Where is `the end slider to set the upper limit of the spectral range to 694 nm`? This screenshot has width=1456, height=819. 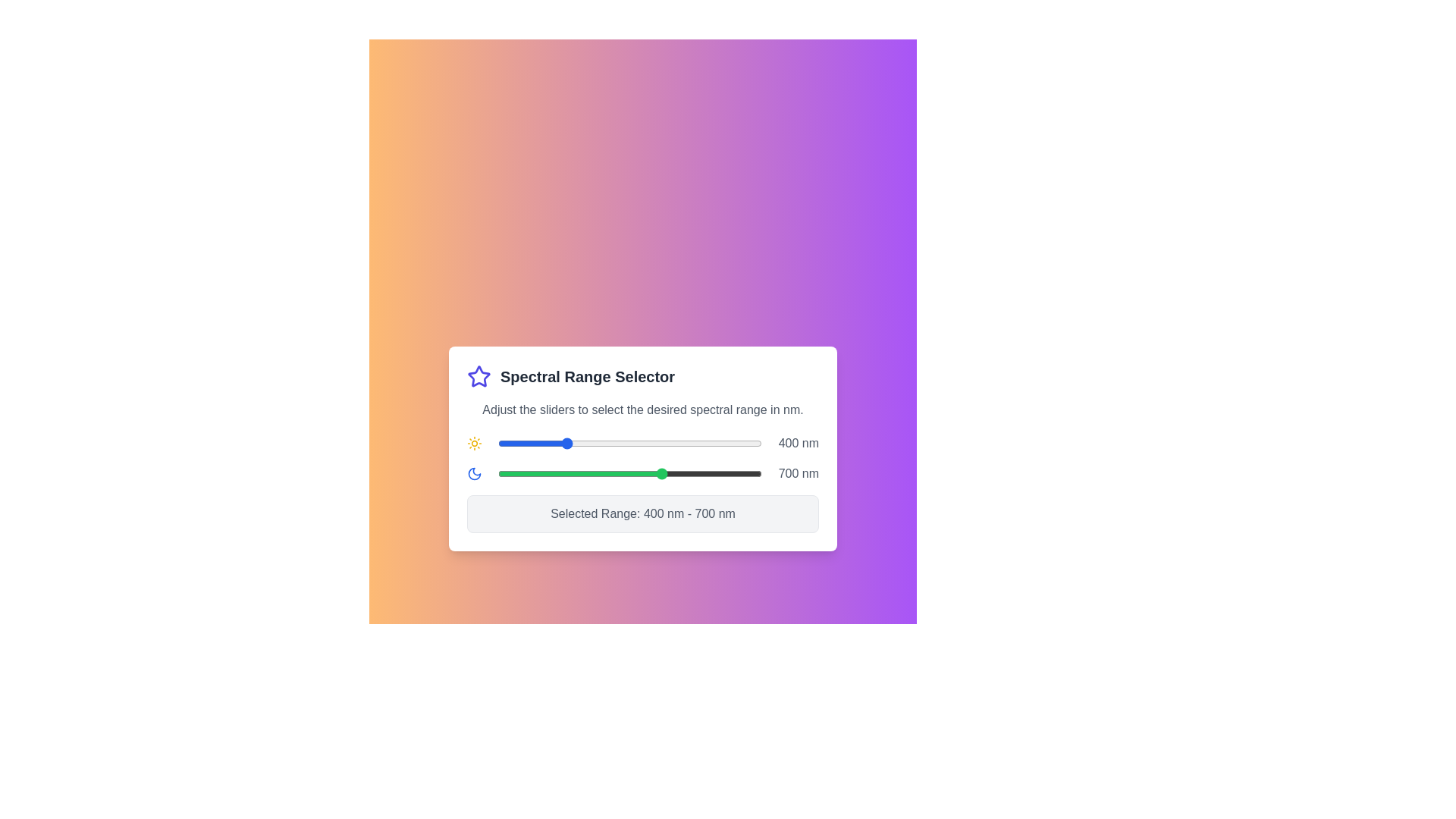 the end slider to set the upper limit of the spectral range to 694 nm is located at coordinates (661, 472).